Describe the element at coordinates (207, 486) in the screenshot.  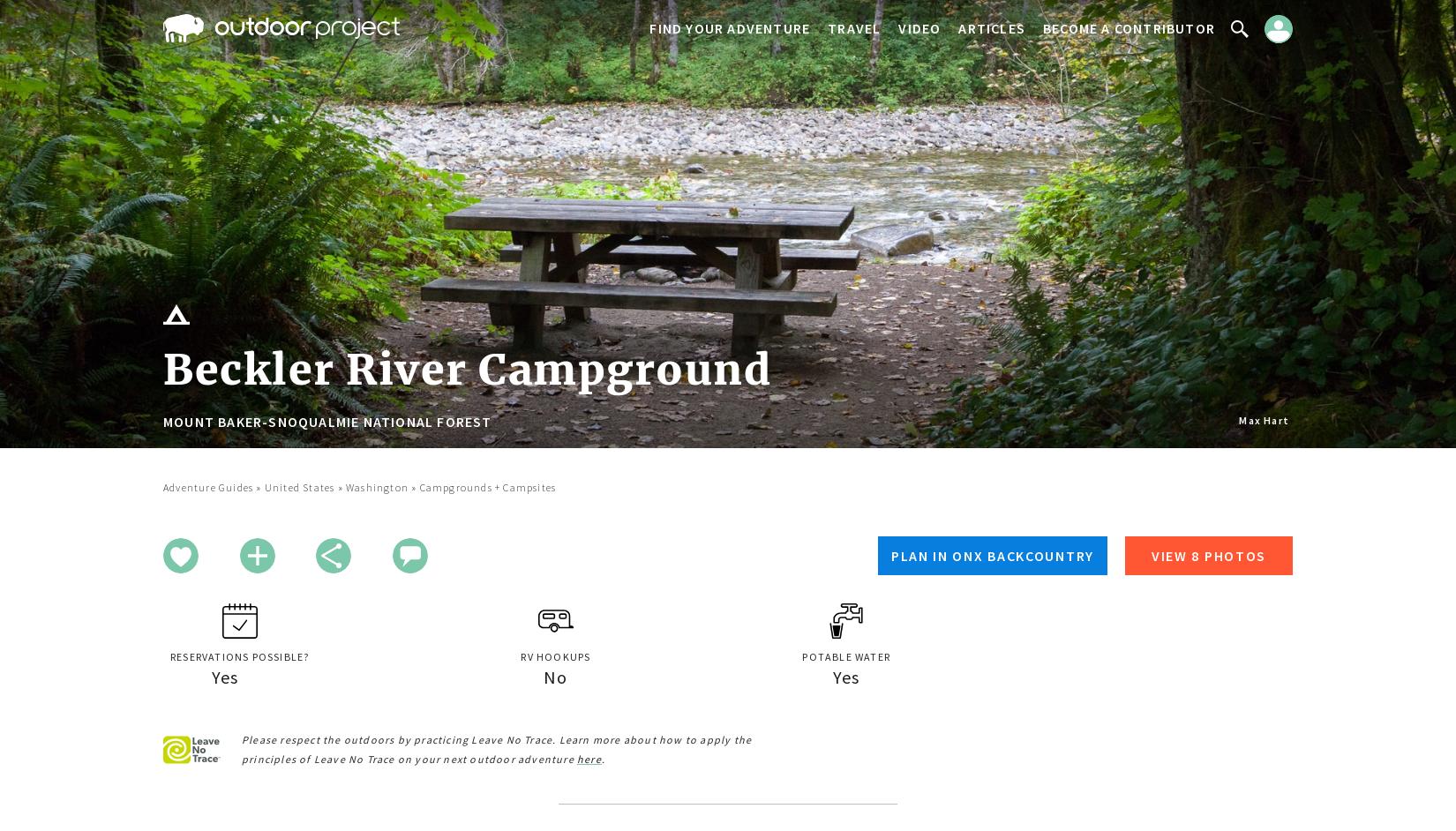
I see `'Adventure Guides'` at that location.